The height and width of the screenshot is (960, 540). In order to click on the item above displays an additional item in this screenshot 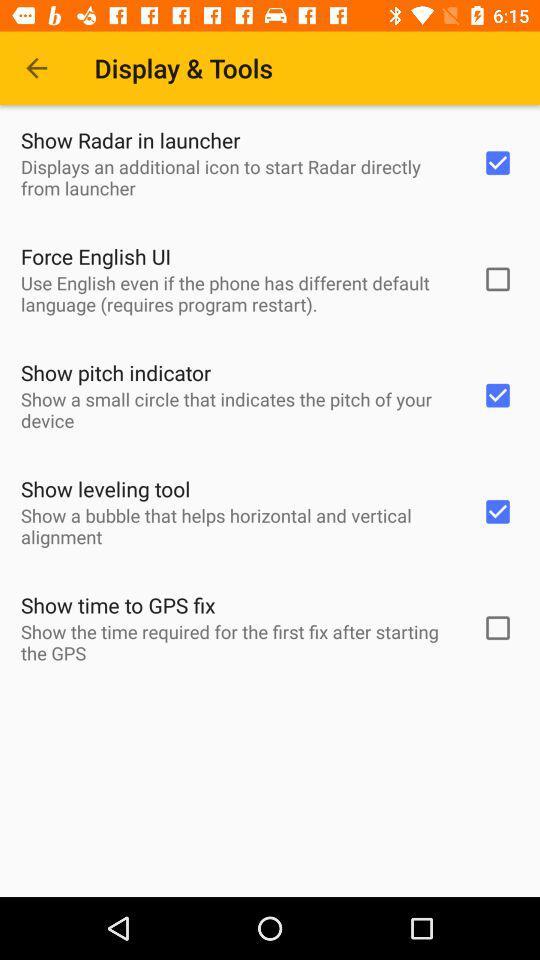, I will do `click(130, 139)`.